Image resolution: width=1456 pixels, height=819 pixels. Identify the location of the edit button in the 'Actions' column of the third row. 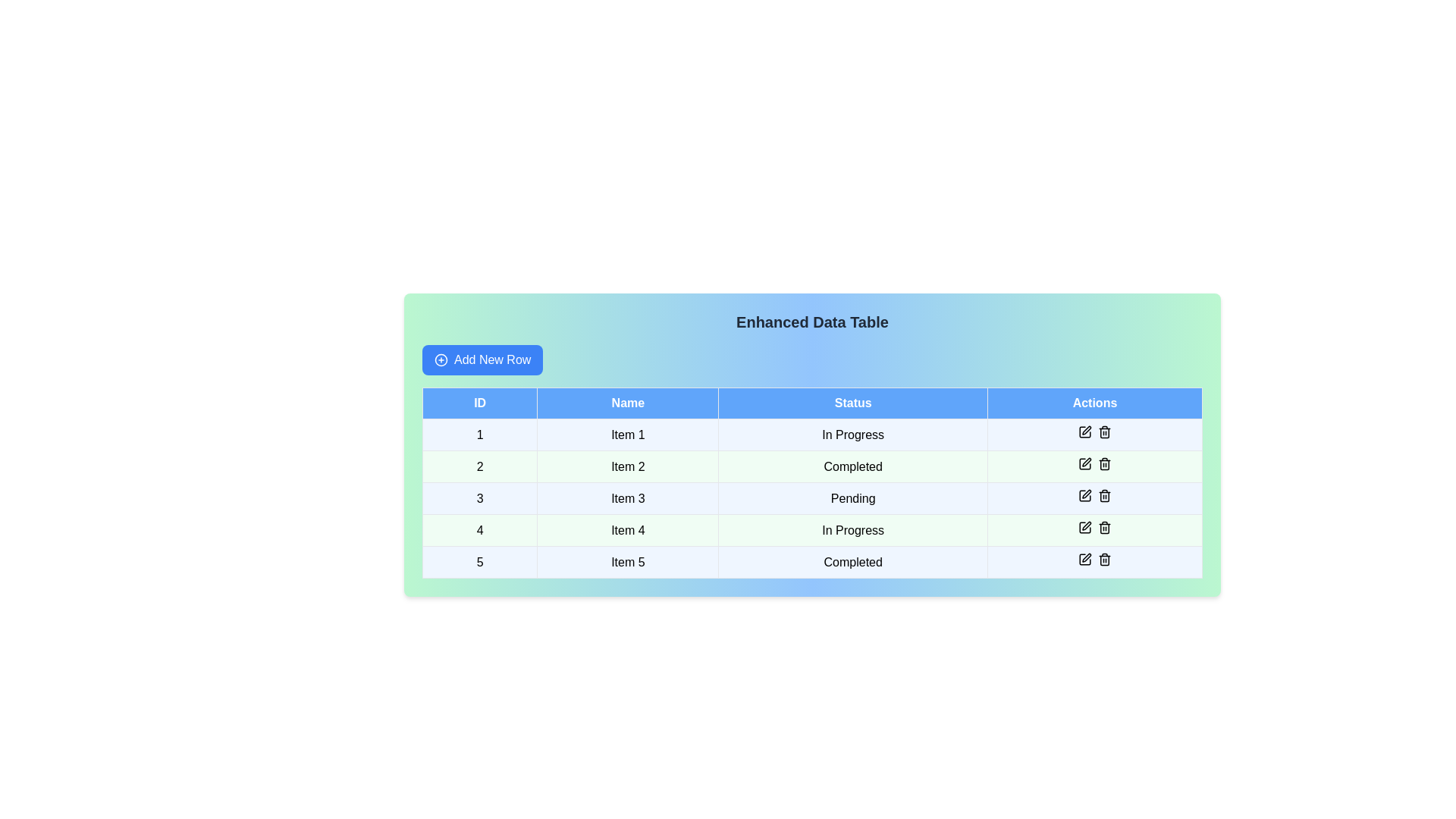
(1084, 496).